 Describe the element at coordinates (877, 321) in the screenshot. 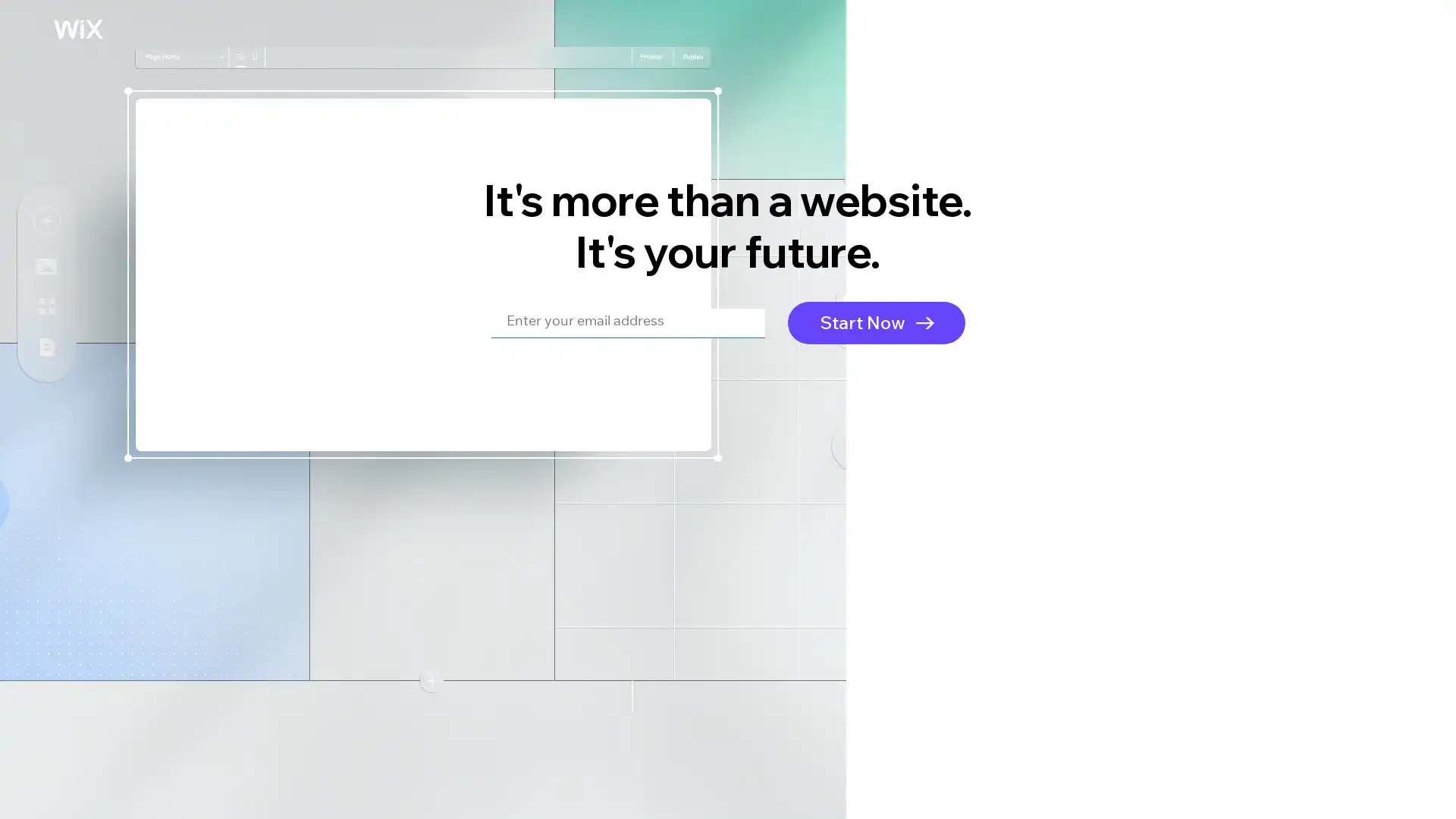

I see `Start Now` at that location.